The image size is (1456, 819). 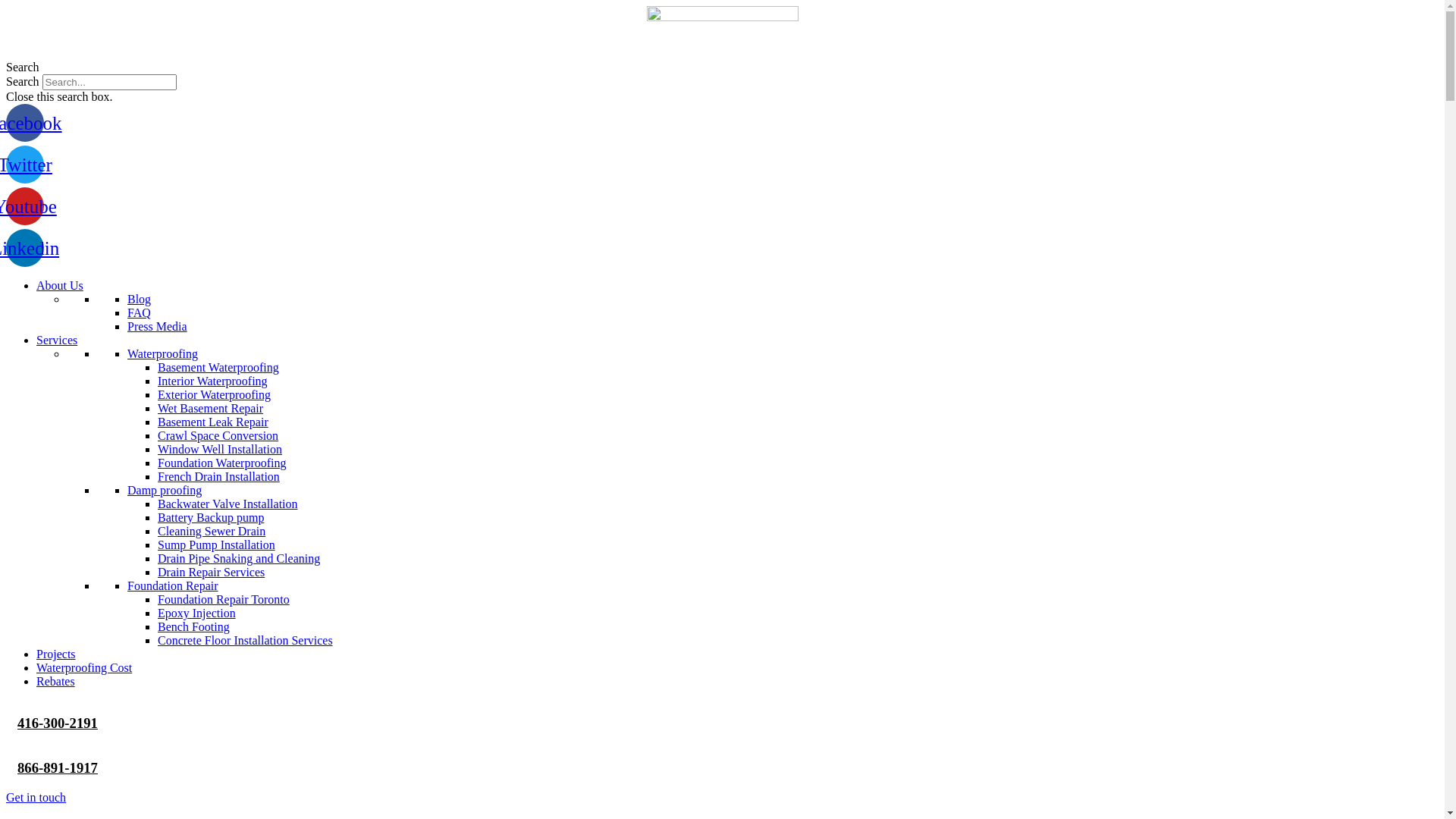 What do you see at coordinates (227, 504) in the screenshot?
I see `'Backwater Valve Installation'` at bounding box center [227, 504].